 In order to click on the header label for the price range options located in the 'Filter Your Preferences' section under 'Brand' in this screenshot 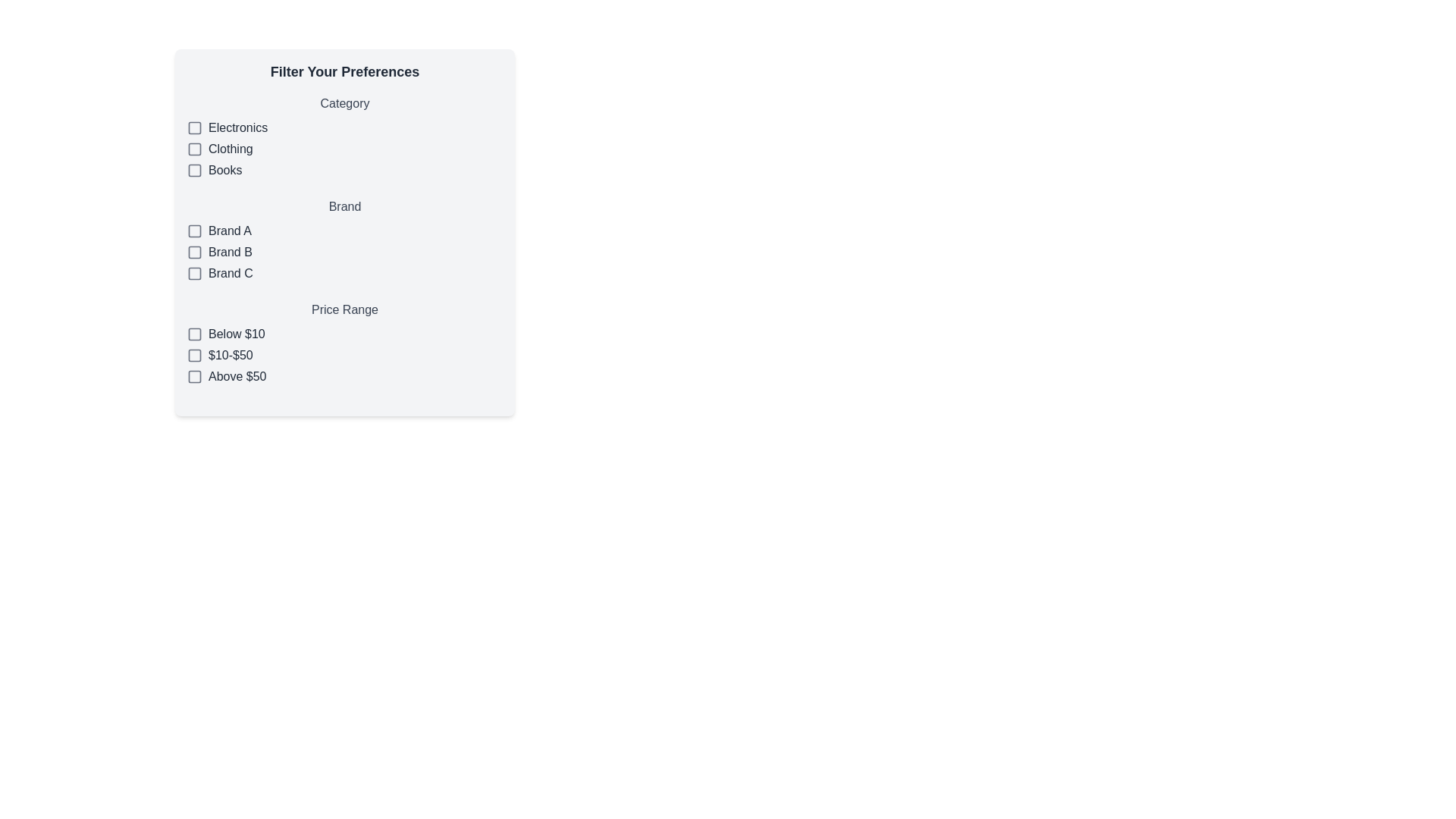, I will do `click(344, 309)`.